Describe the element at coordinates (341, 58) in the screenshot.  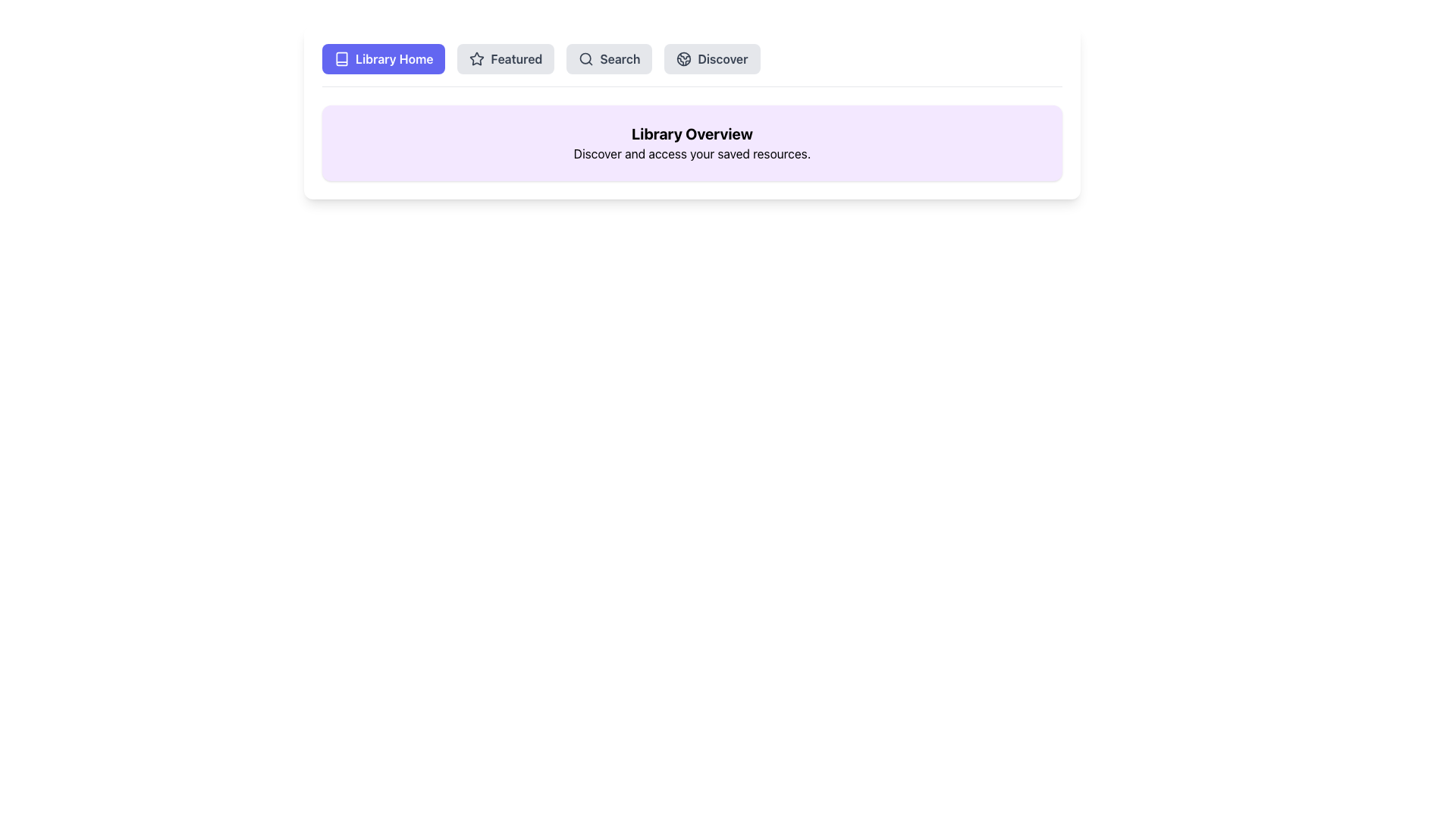
I see `the book icon located to the left of the 'Library Home' button in the header section of the interface` at that location.